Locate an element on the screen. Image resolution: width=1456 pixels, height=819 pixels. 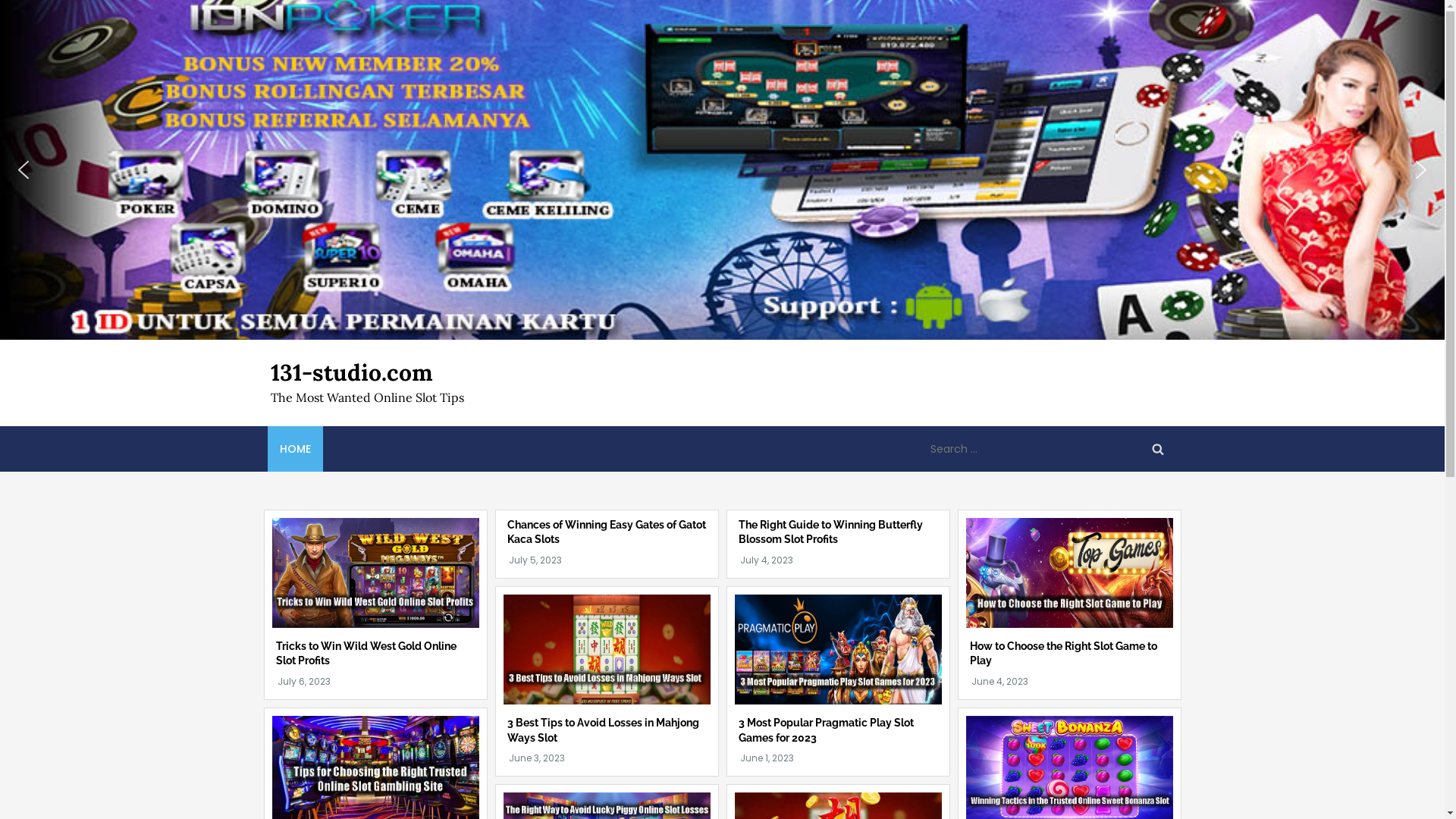
'131-studio.com' is located at coordinates (269, 372).